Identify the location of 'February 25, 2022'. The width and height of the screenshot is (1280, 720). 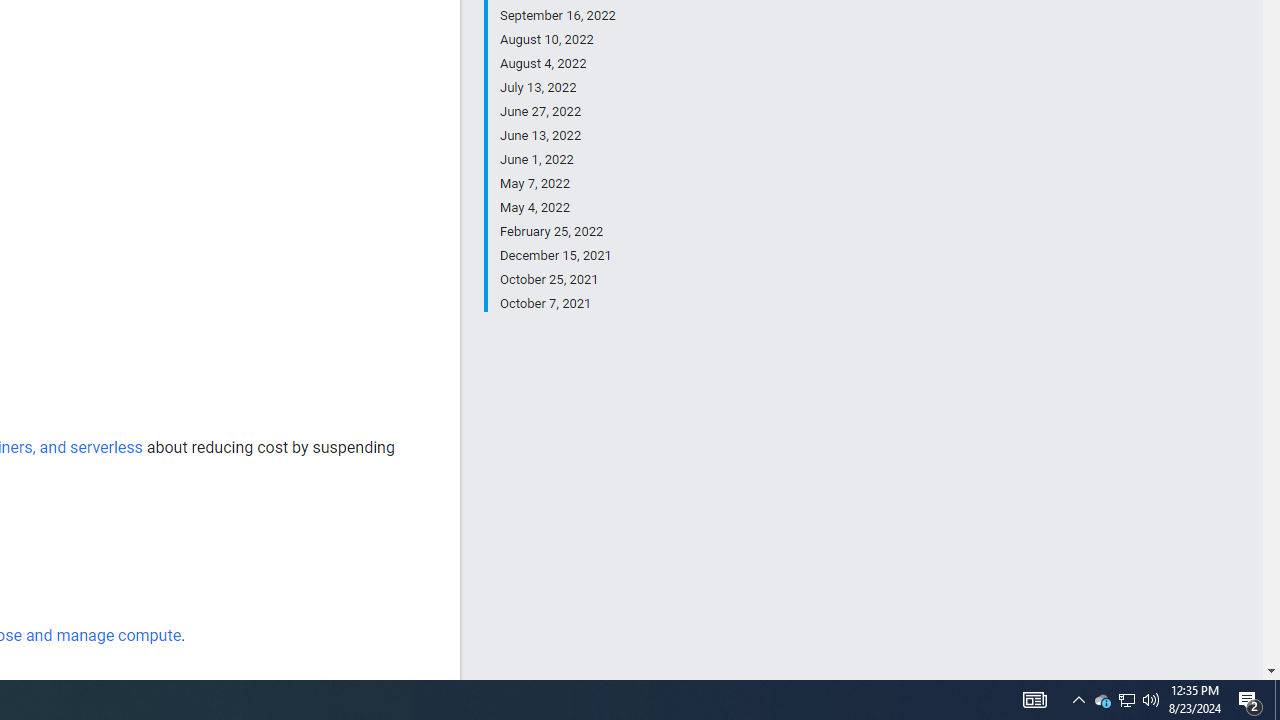
(557, 231).